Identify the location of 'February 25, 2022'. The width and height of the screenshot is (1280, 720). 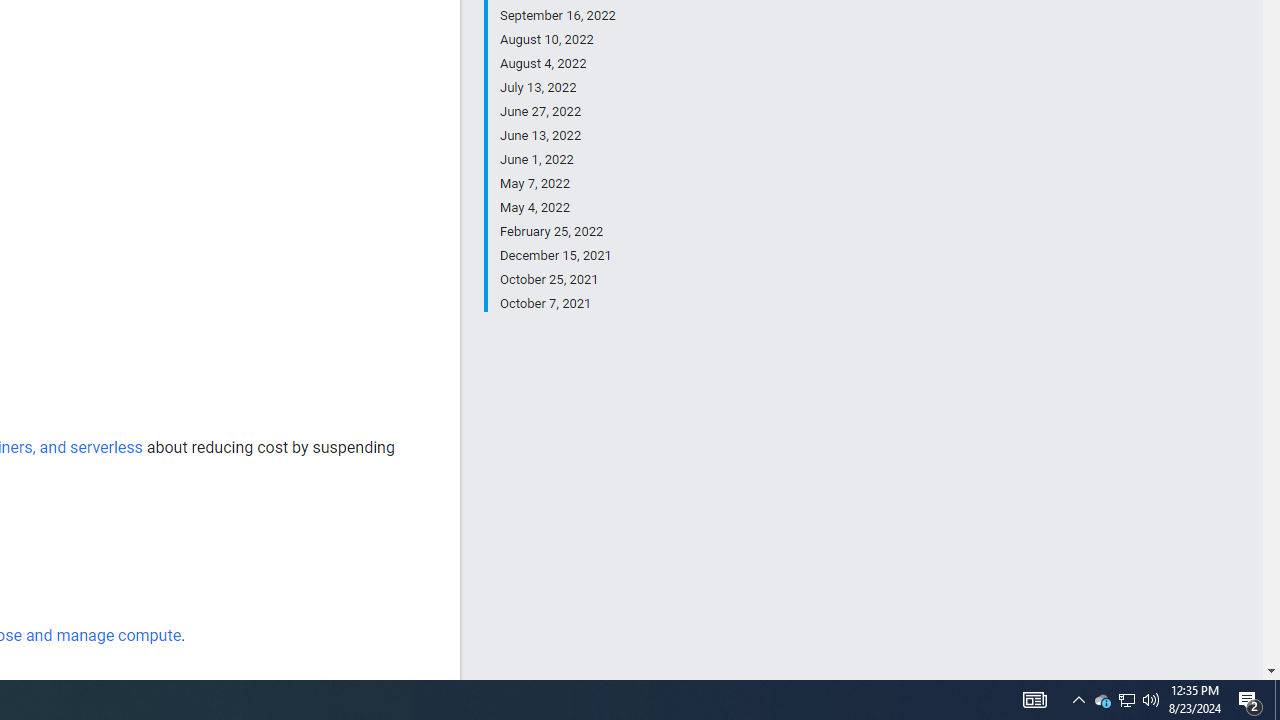
(557, 231).